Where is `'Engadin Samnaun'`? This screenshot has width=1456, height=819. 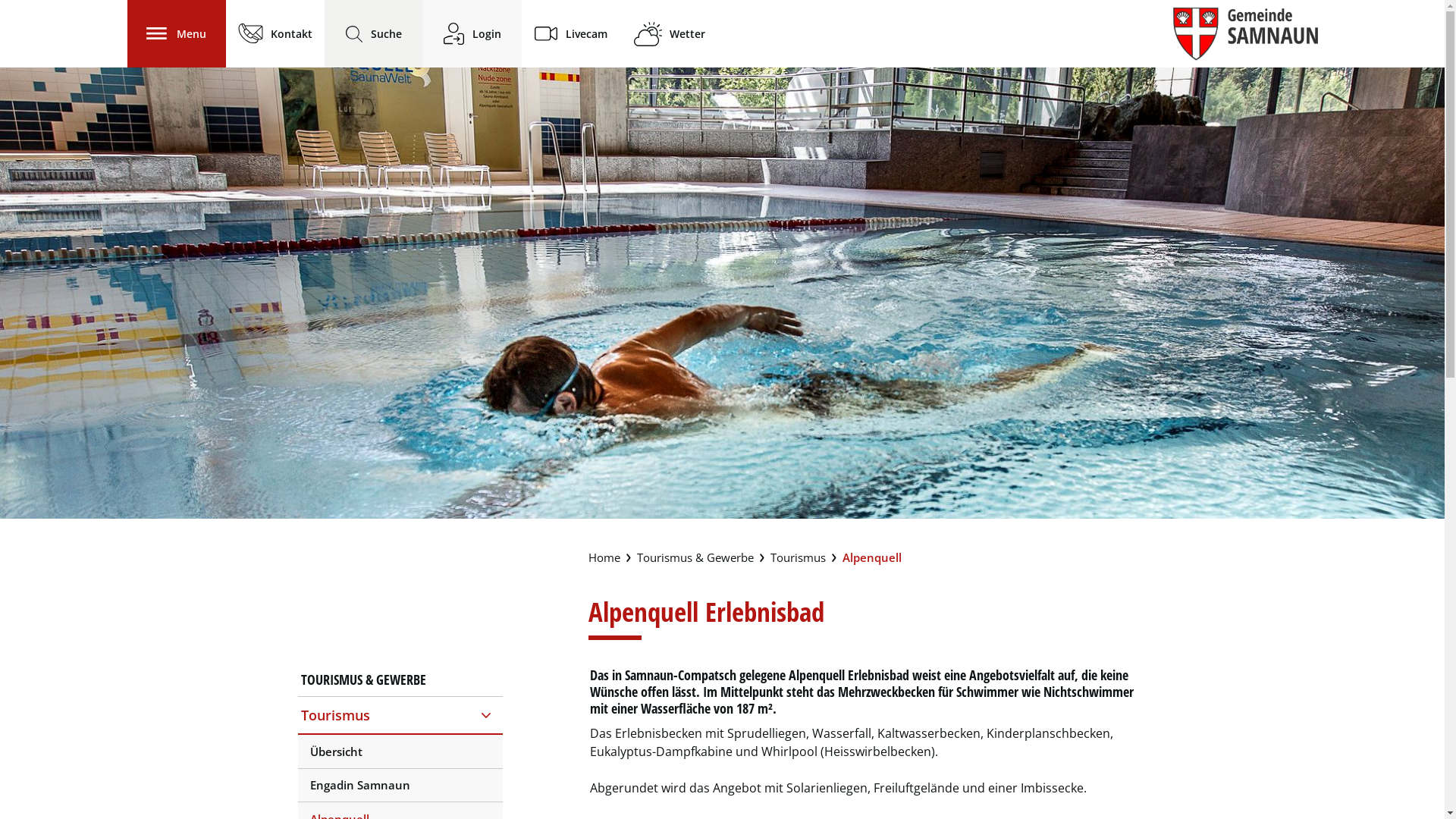
'Engadin Samnaun' is located at coordinates (400, 785).